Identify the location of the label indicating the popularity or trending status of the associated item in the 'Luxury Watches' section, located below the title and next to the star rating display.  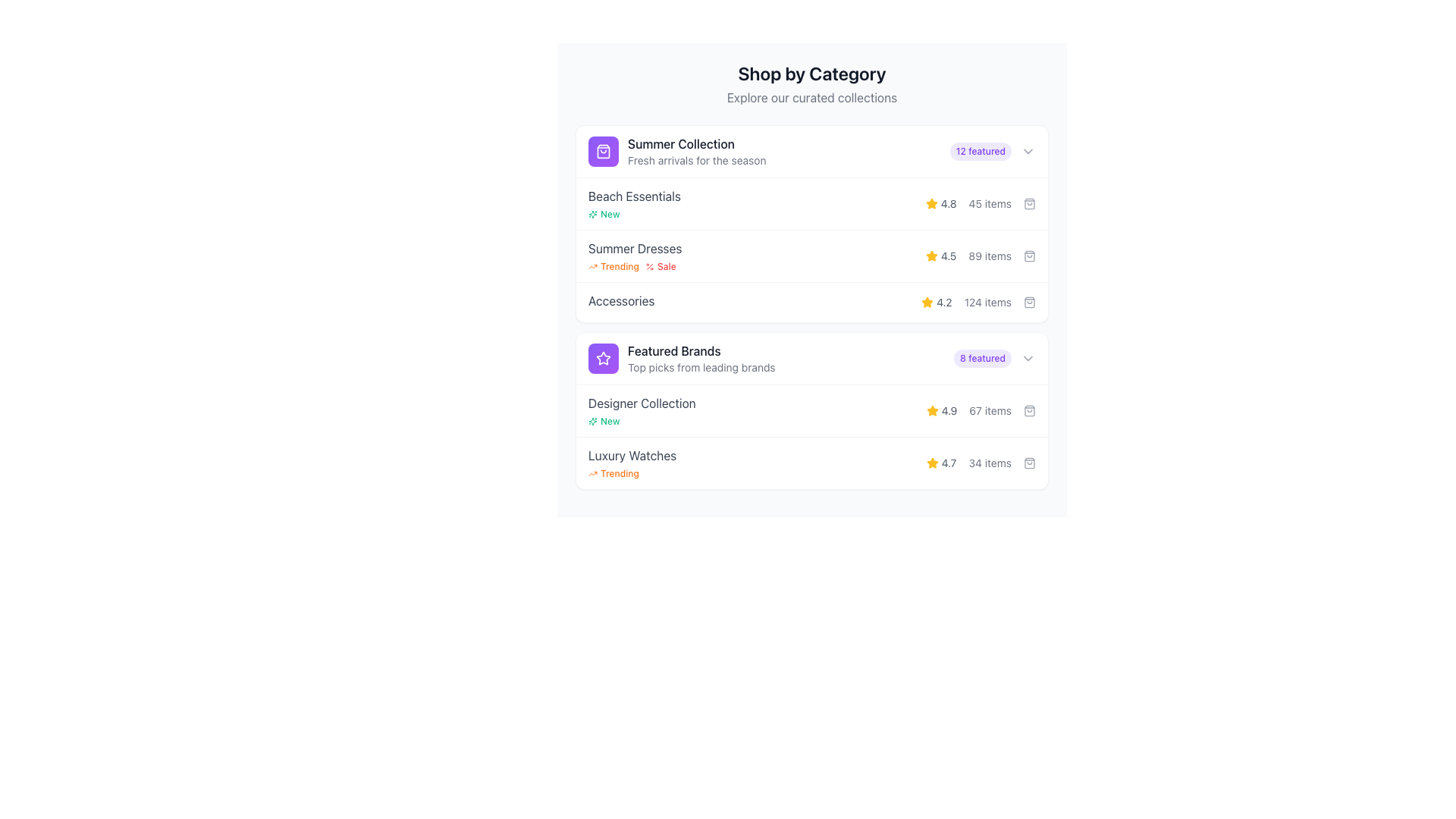
(632, 472).